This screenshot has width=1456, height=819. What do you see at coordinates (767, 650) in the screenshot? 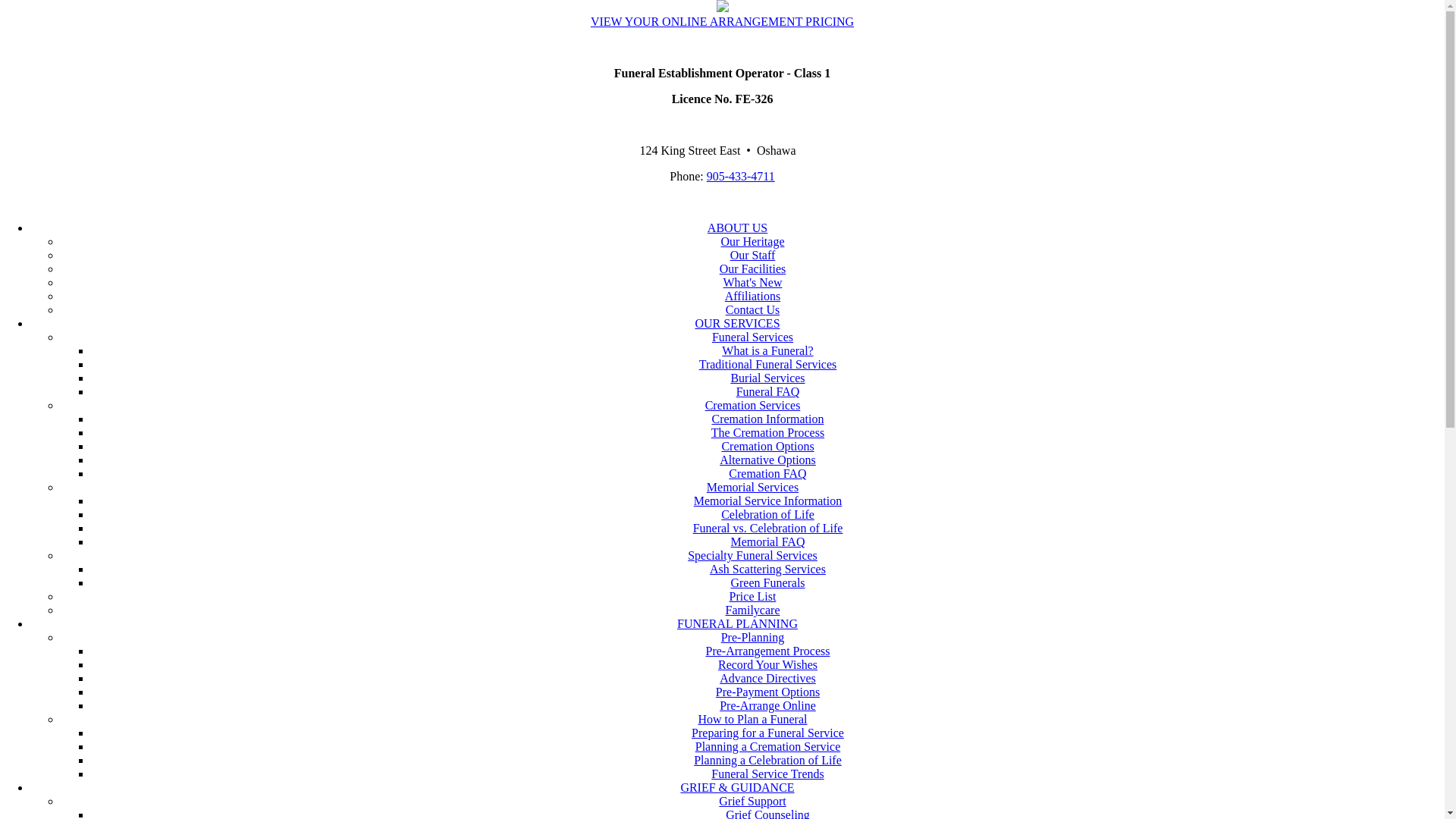
I see `'Pre-Arrangement Process'` at bounding box center [767, 650].